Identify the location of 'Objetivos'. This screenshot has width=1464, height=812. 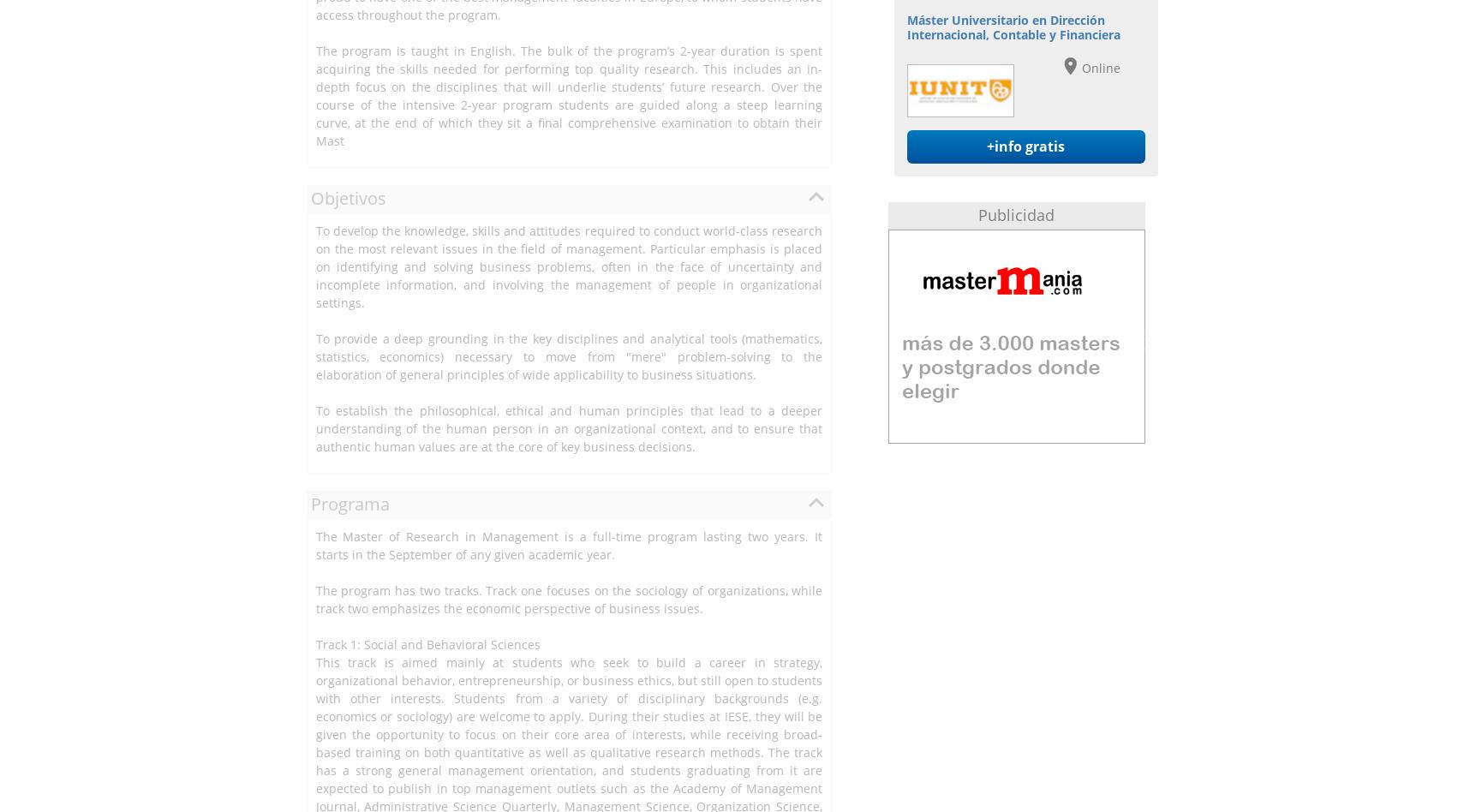
(347, 196).